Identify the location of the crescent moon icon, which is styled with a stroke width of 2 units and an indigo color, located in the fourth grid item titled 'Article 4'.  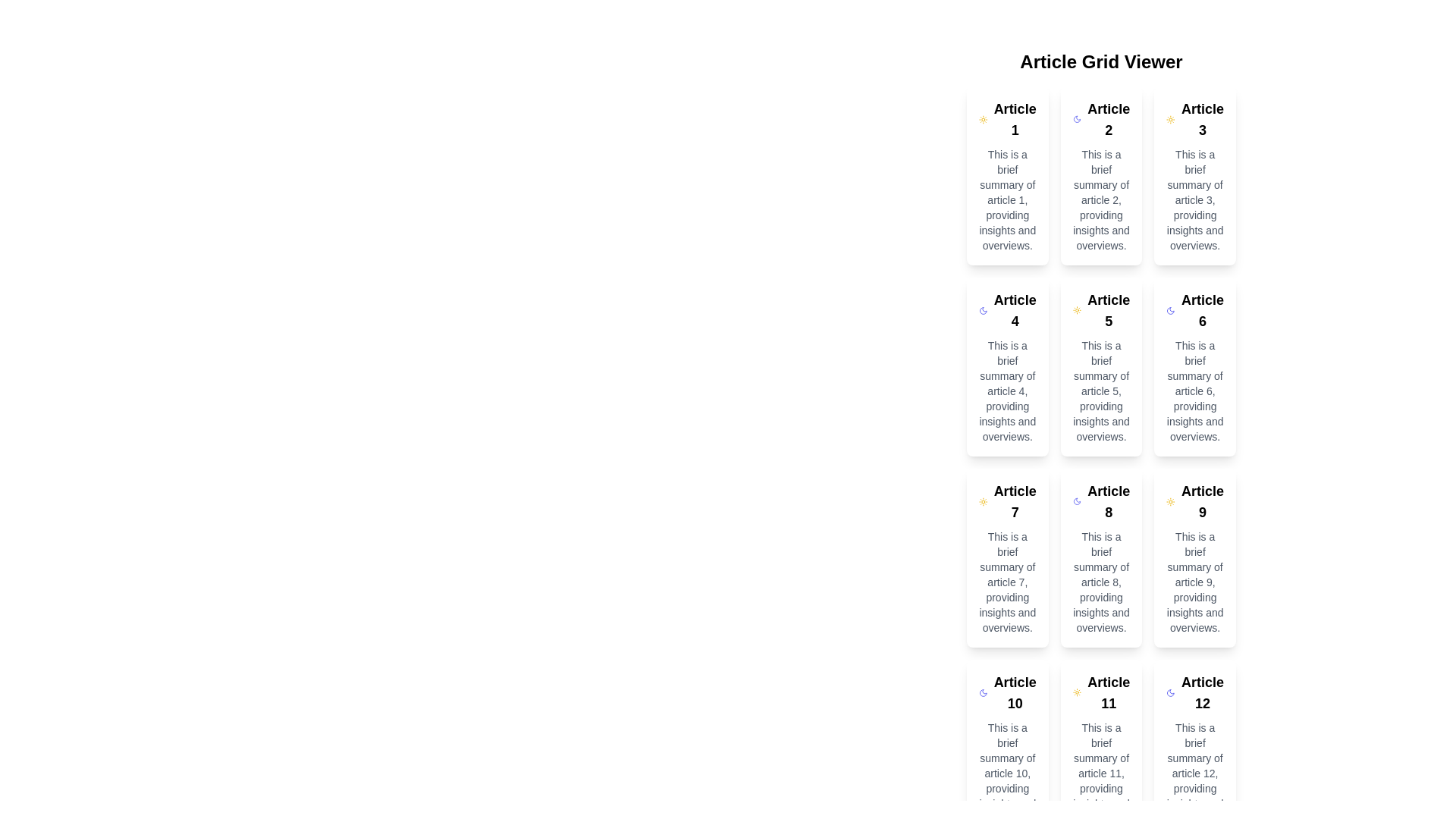
(983, 309).